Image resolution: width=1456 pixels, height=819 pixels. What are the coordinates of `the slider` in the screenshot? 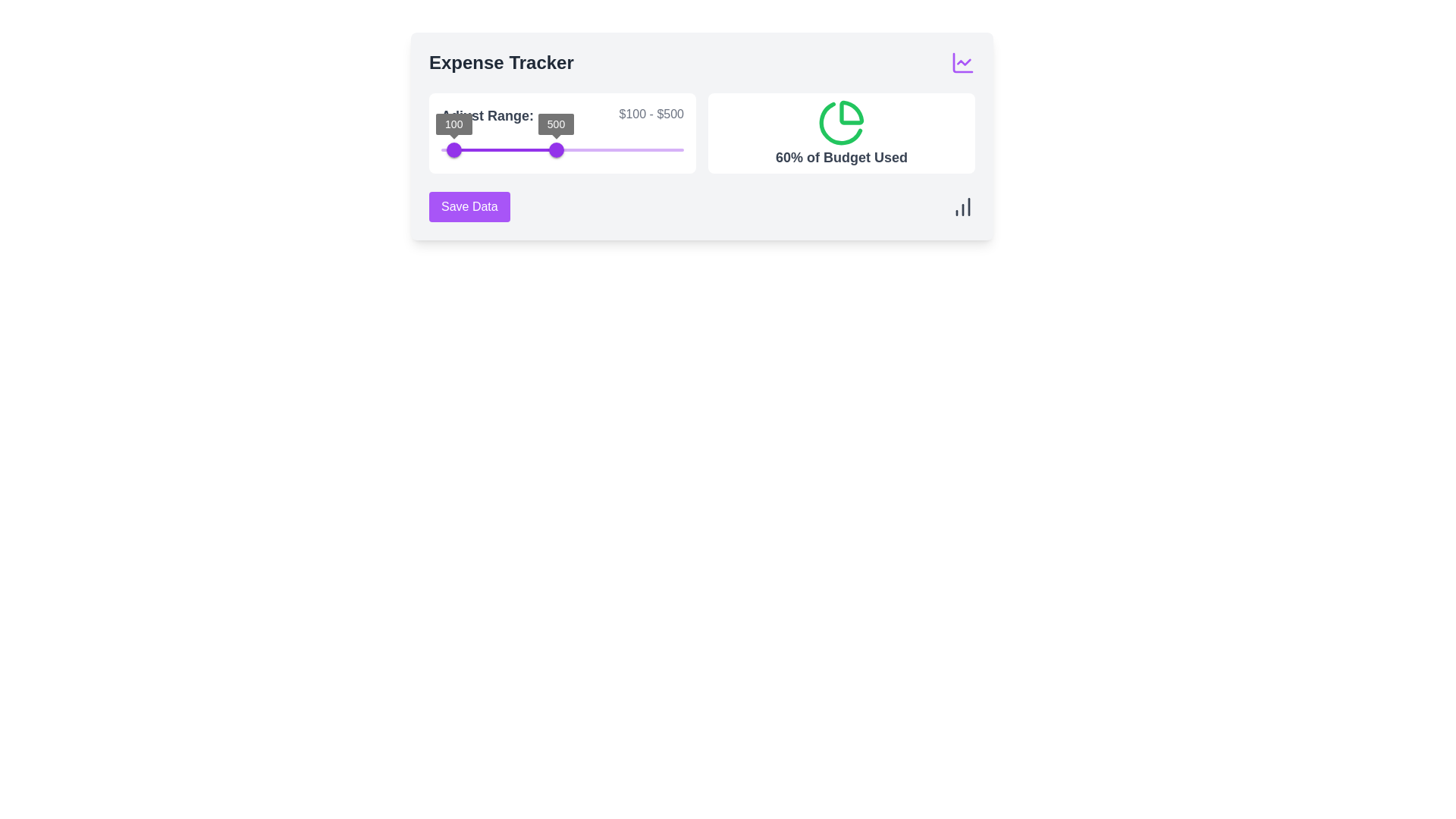 It's located at (494, 149).